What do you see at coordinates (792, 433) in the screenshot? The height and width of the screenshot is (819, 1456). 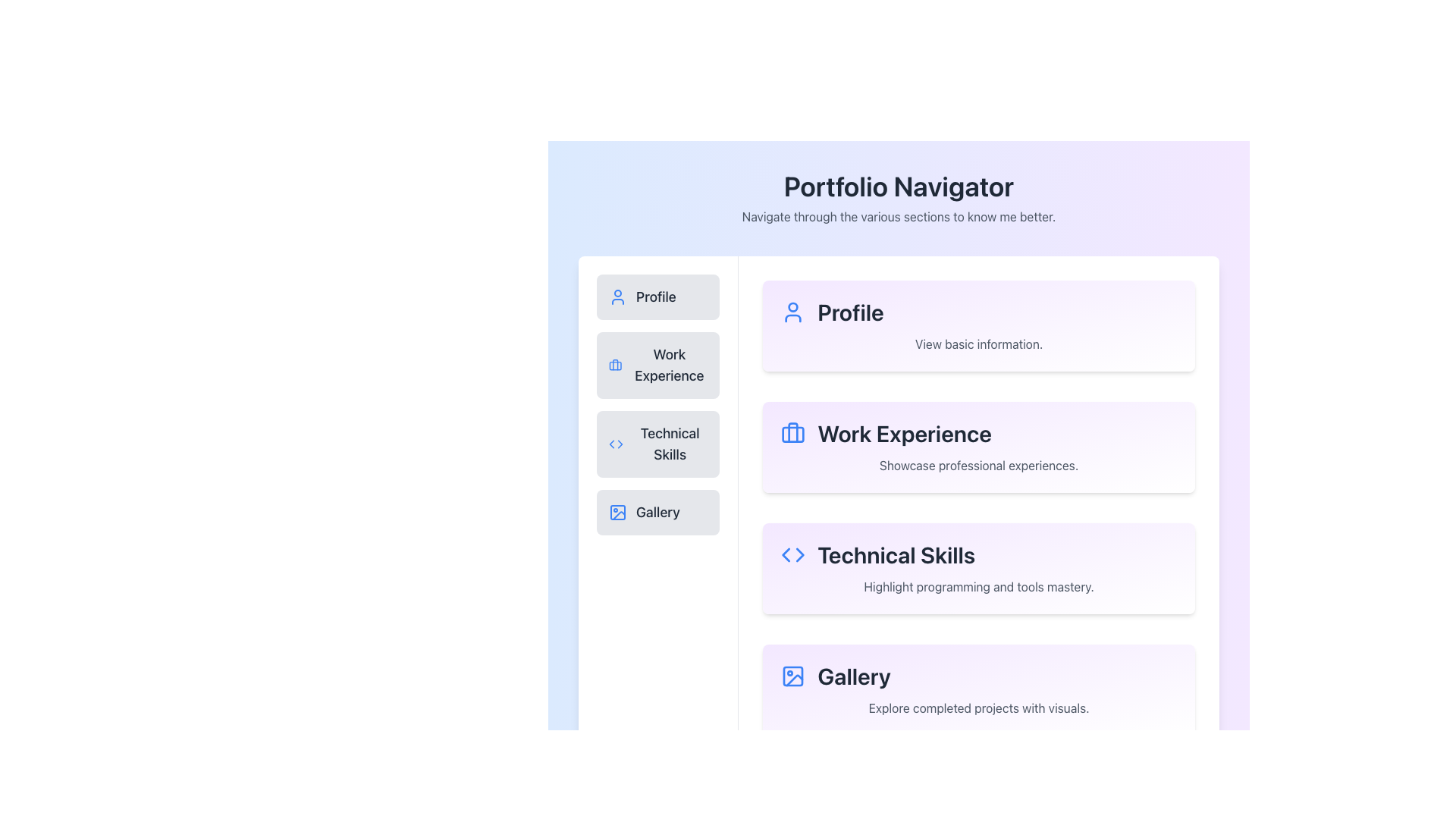 I see `the decorative icon located in the 'Work Experience' section header, positioned to the left of the text 'Work Experience'` at bounding box center [792, 433].